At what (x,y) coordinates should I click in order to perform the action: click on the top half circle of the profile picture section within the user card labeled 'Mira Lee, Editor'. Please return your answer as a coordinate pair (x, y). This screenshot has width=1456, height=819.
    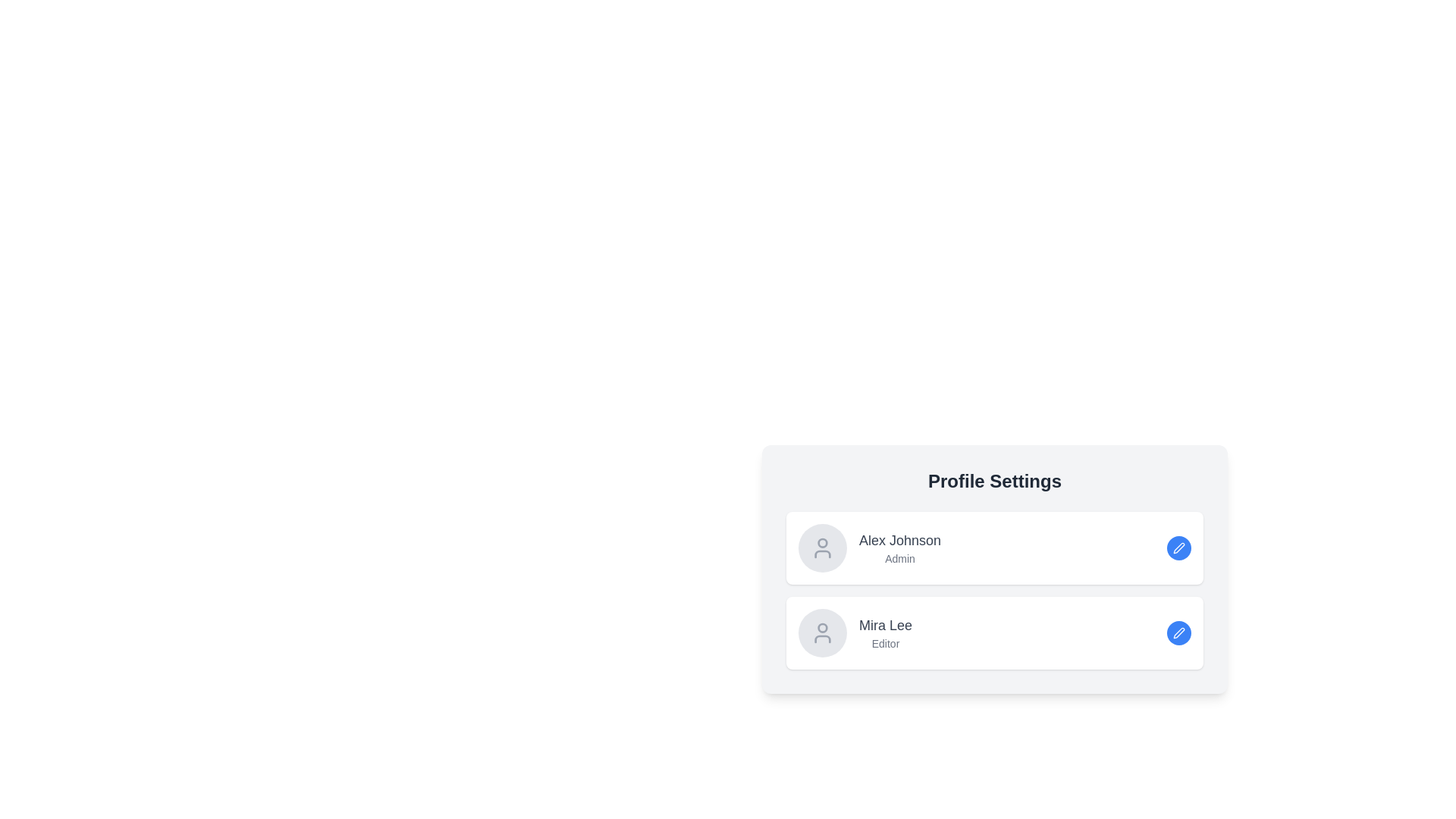
    Looking at the image, I should click on (821, 628).